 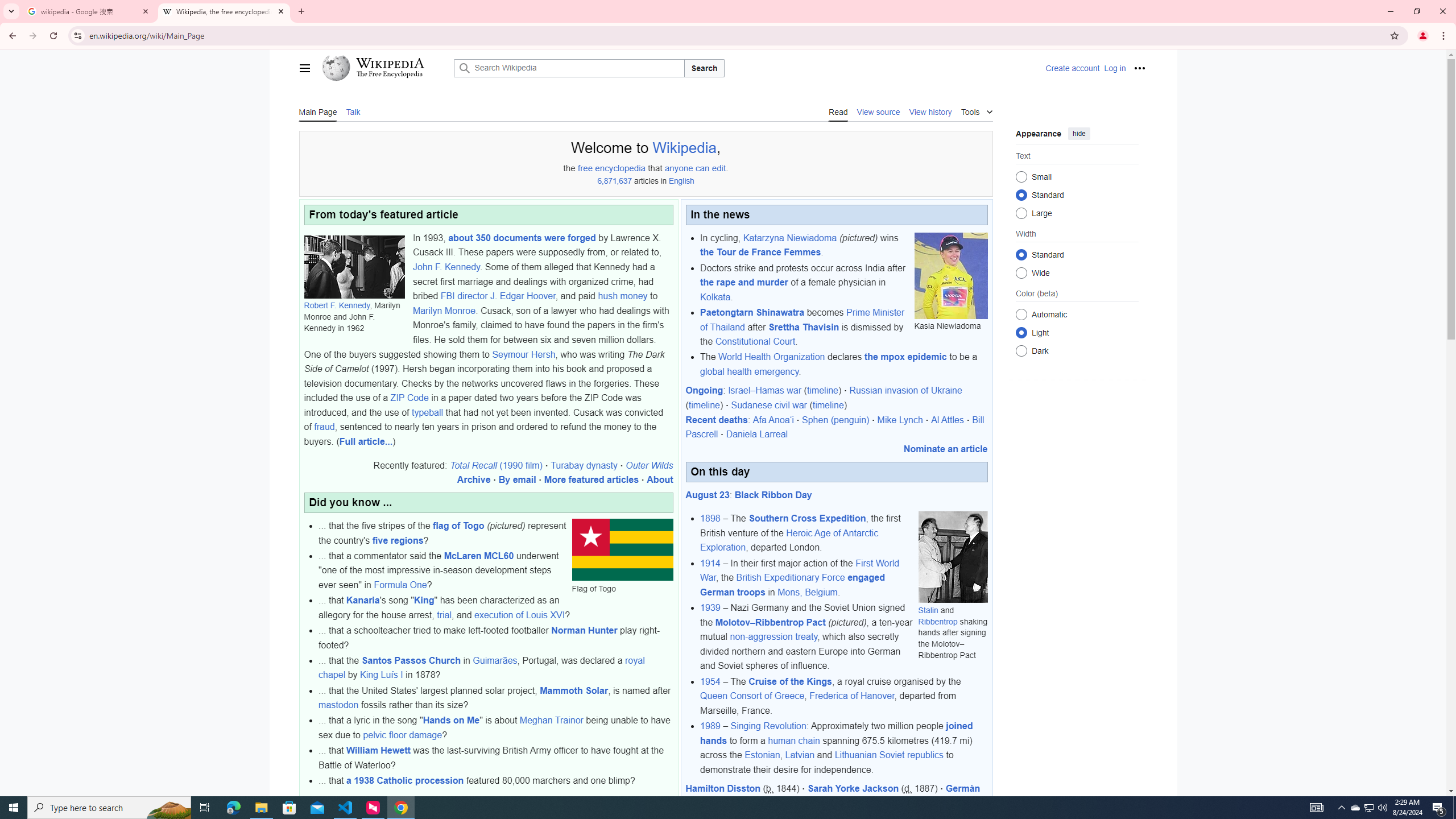 What do you see at coordinates (789, 237) in the screenshot?
I see `'Katarzyna Niewiadoma'` at bounding box center [789, 237].